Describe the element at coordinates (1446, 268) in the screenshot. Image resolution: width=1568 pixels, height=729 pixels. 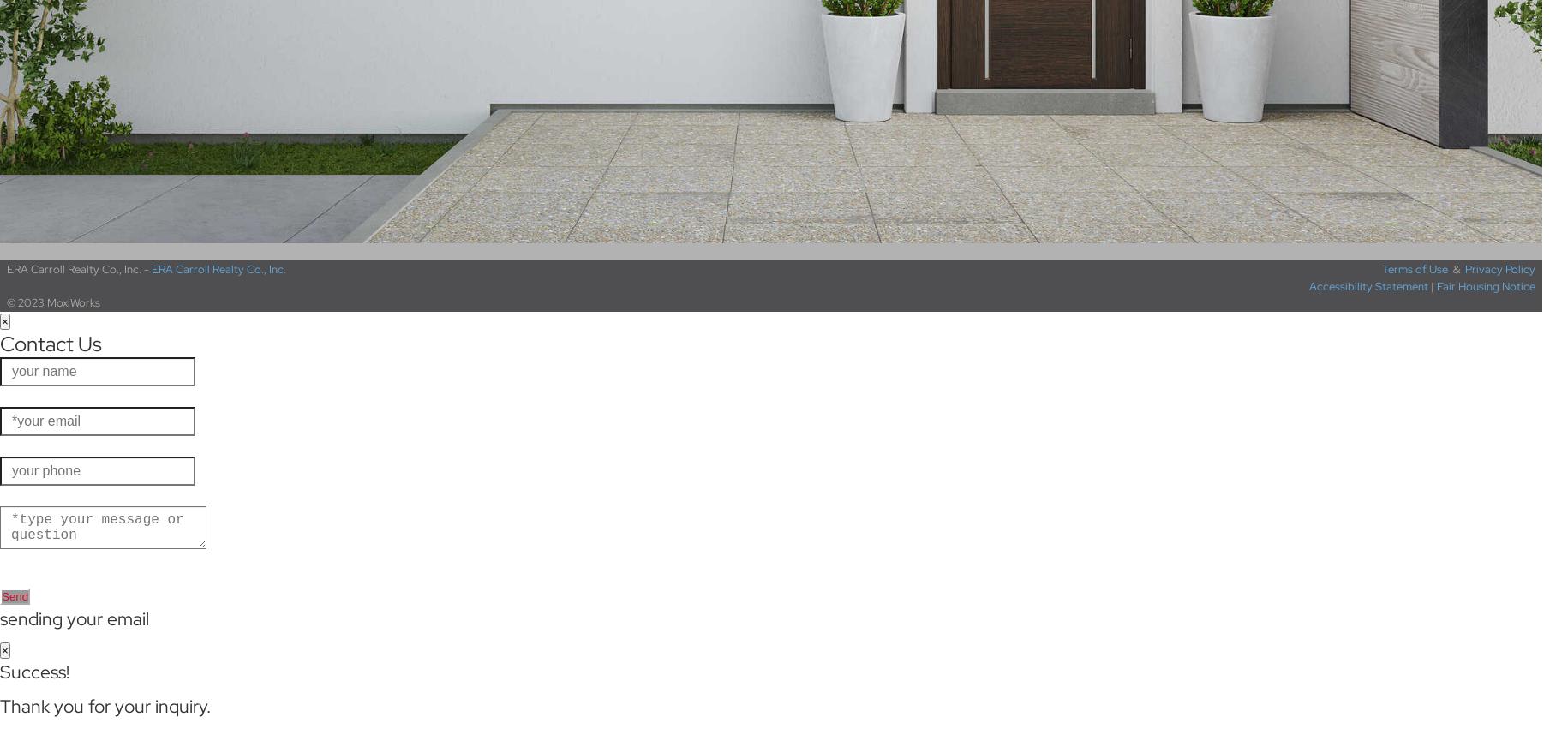
I see `'&'` at that location.